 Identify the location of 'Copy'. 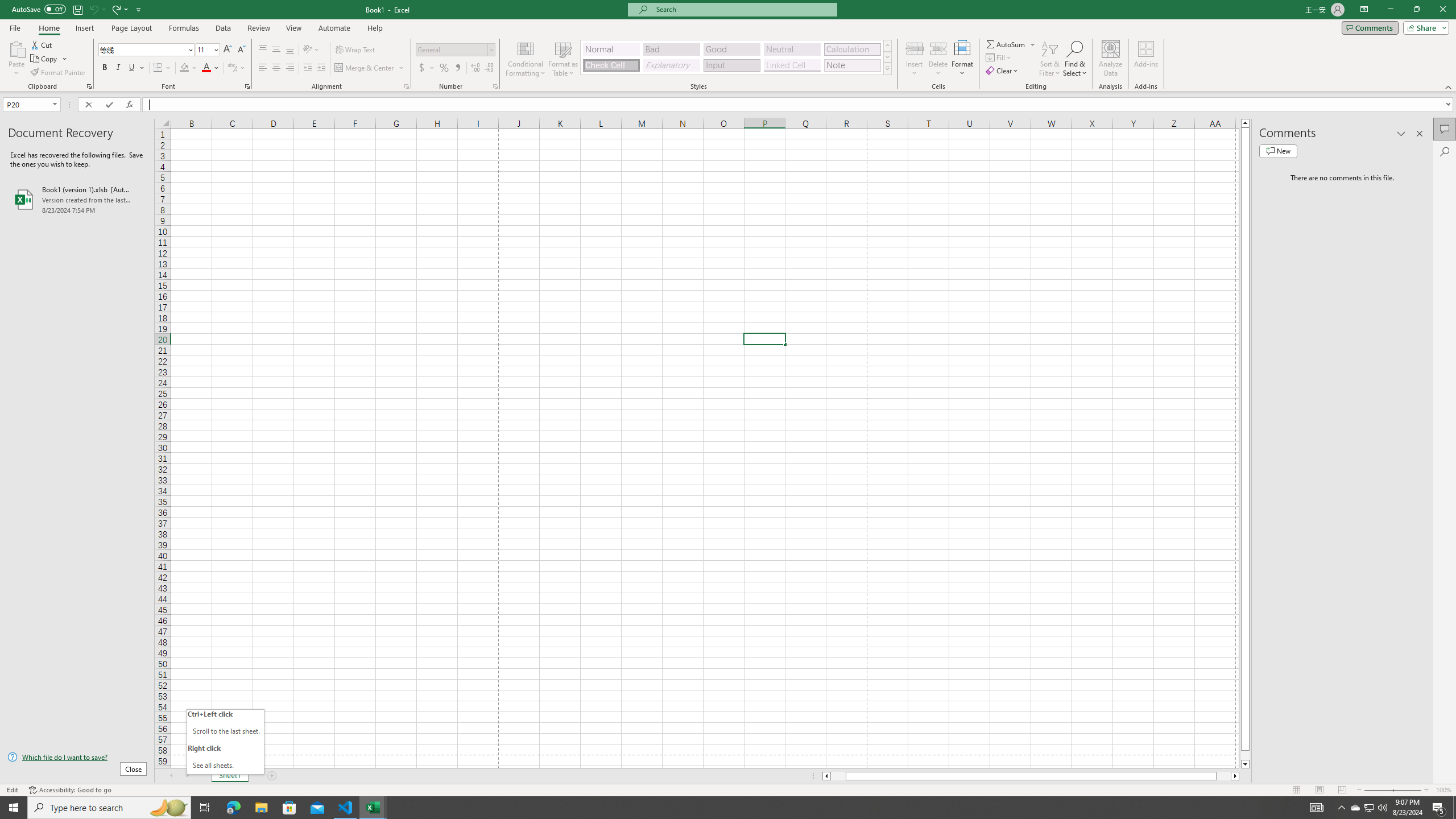
(44, 59).